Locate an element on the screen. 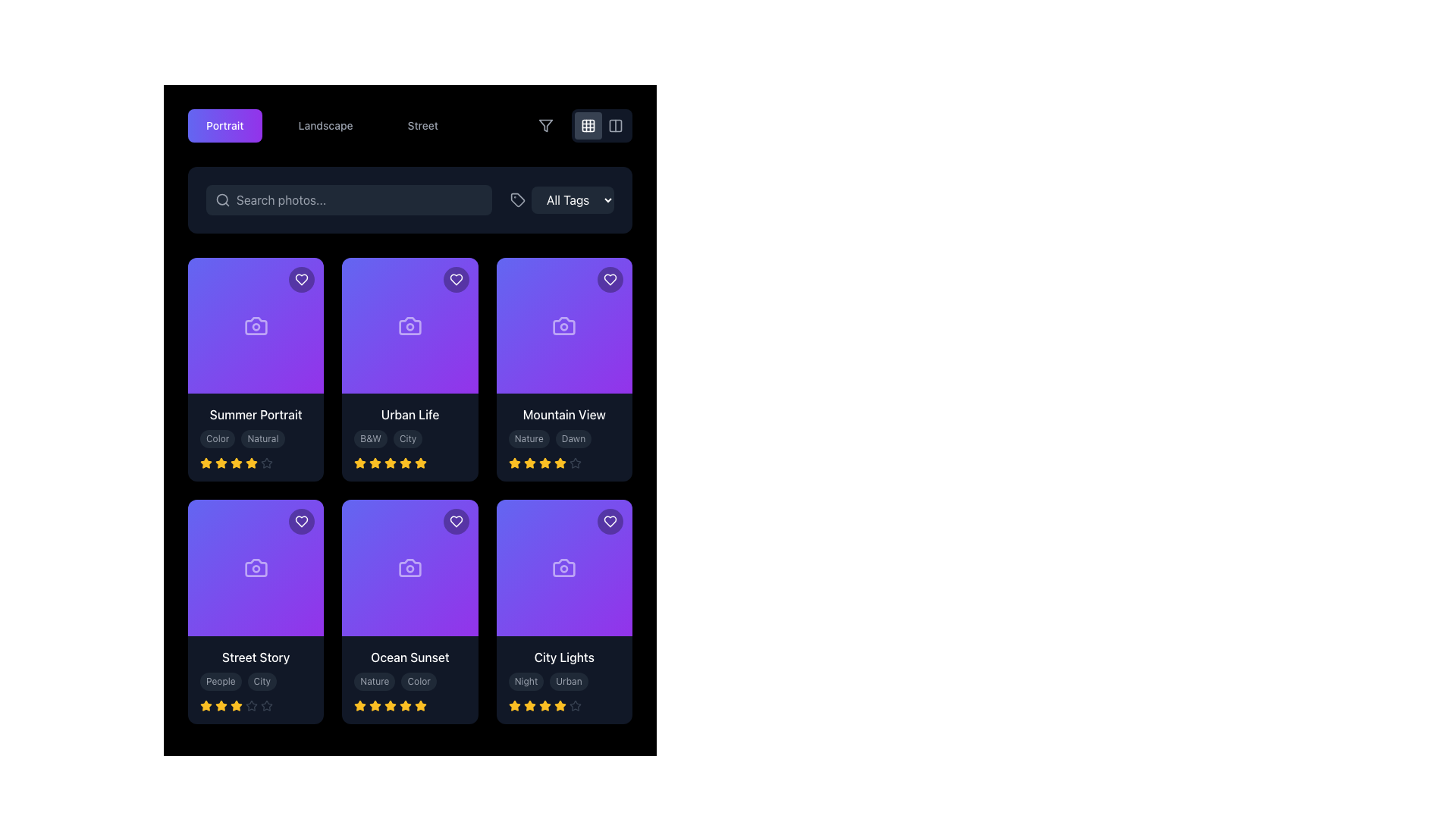 The height and width of the screenshot is (819, 1456). textual content of the Informational panel located at the bottom section of the 'Mountain View' card, which is the third card in the top row of the grid is located at coordinates (563, 438).